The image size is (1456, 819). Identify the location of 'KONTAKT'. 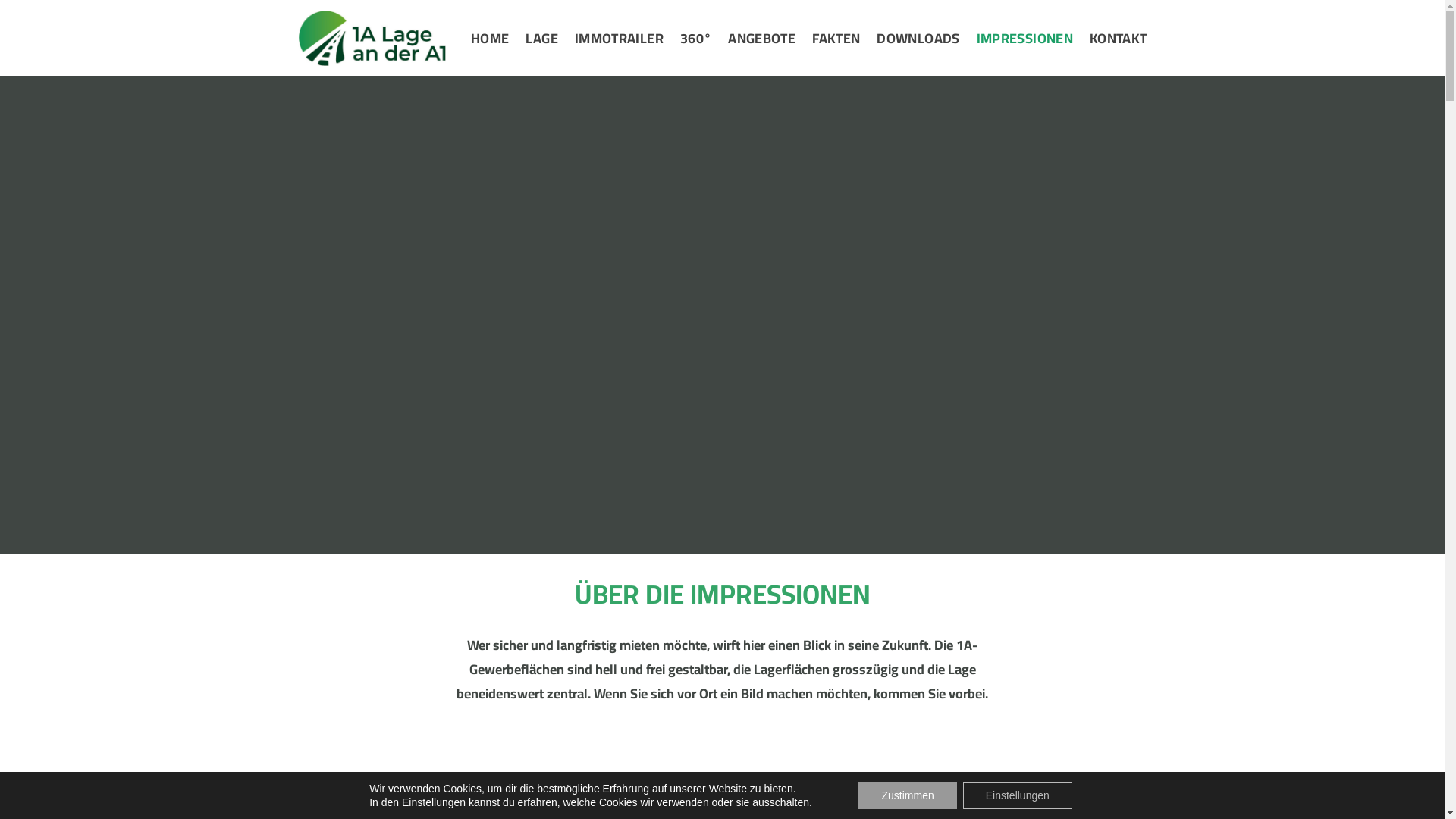
(1118, 37).